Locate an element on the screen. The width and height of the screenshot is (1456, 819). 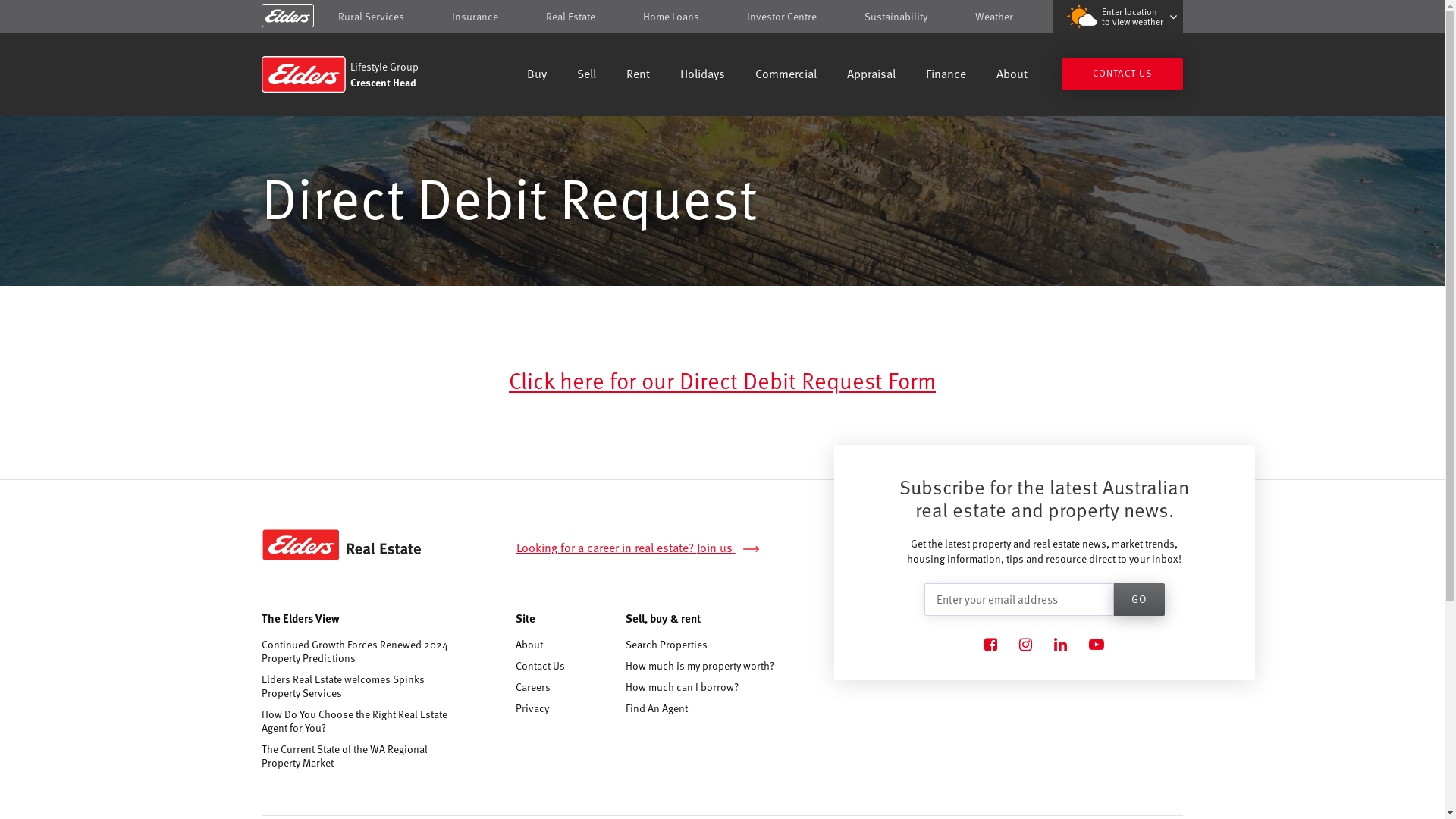
'Insurance' is located at coordinates (474, 16).